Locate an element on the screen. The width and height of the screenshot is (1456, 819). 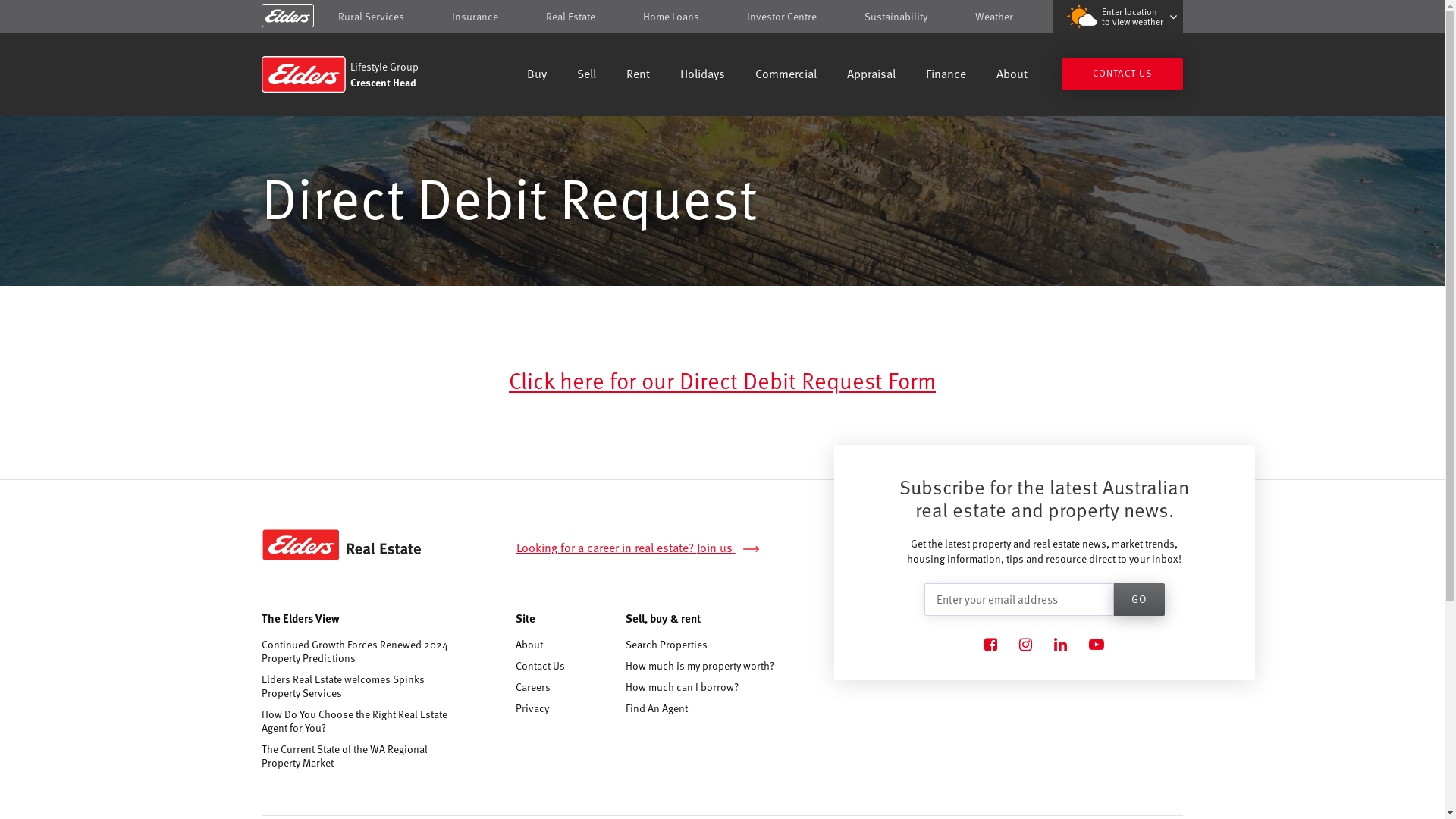
'Insurance' is located at coordinates (474, 16).